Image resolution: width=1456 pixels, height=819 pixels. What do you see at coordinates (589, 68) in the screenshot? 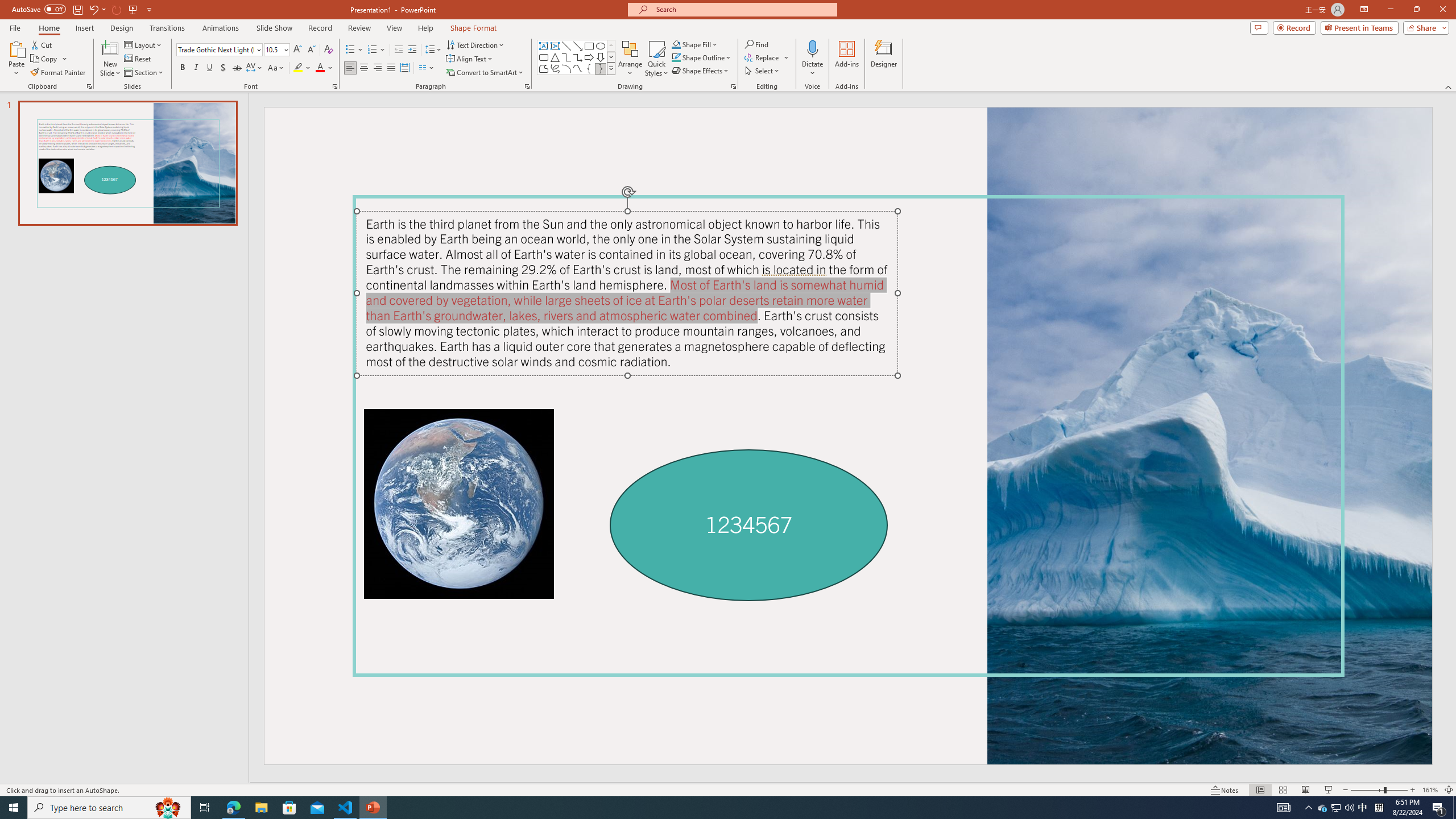
I see `'Left Brace'` at bounding box center [589, 68].